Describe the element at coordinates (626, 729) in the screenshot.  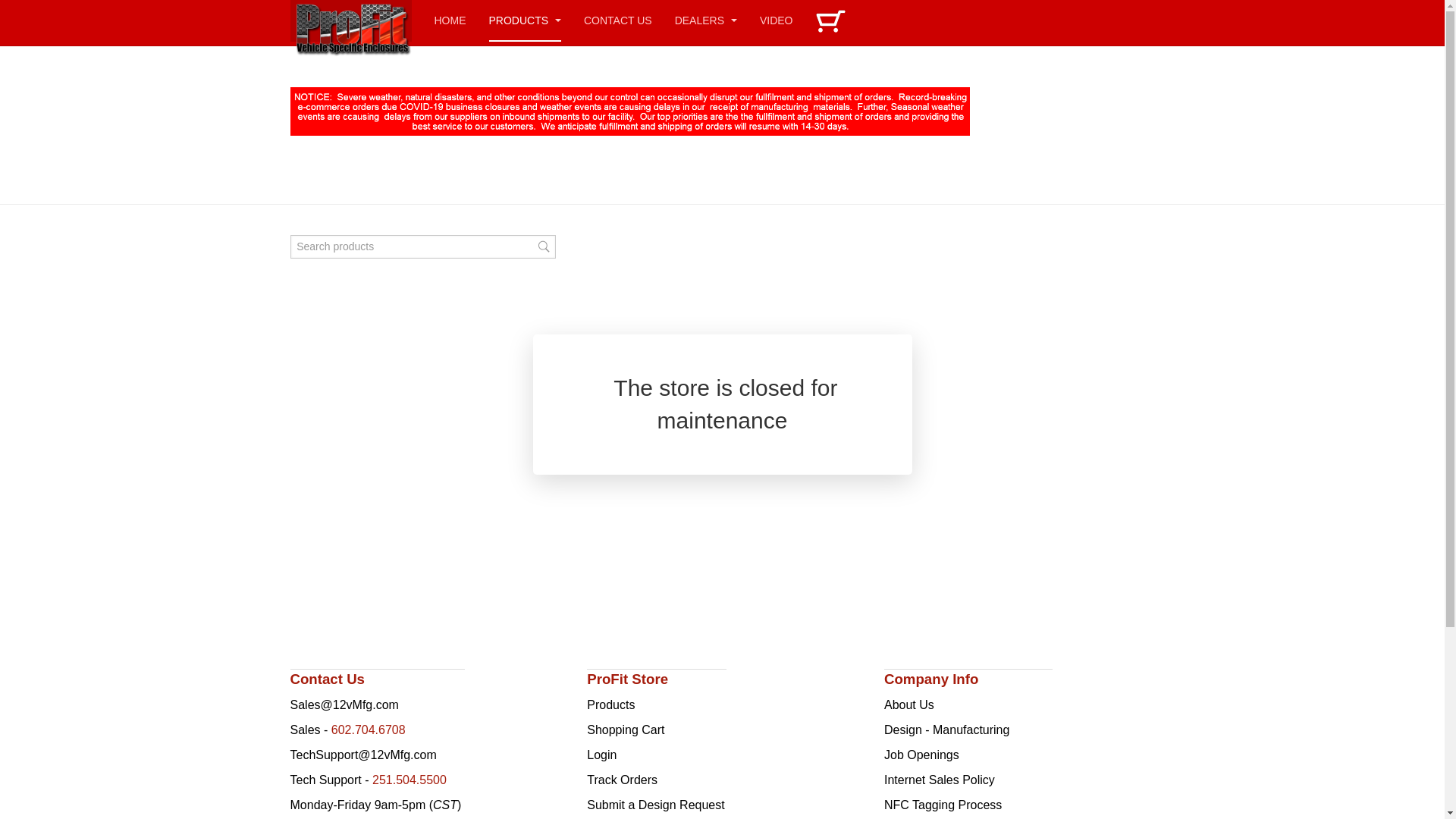
I see `'Shopping Cart'` at that location.